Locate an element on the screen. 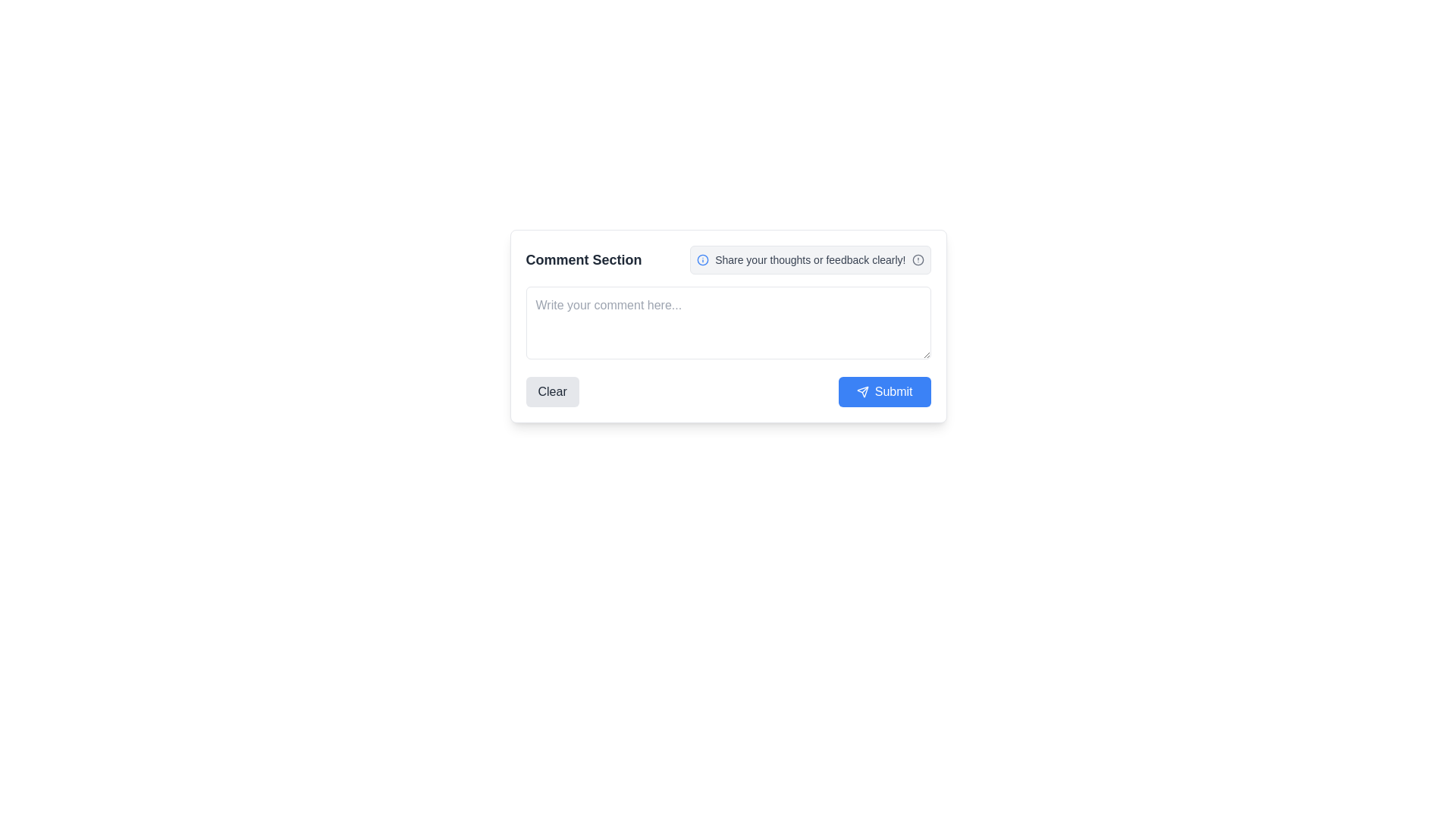  the Text Label that serves as the title for the comment input section, located at the top-left of the feedback card, above the comment input box is located at coordinates (583, 259).